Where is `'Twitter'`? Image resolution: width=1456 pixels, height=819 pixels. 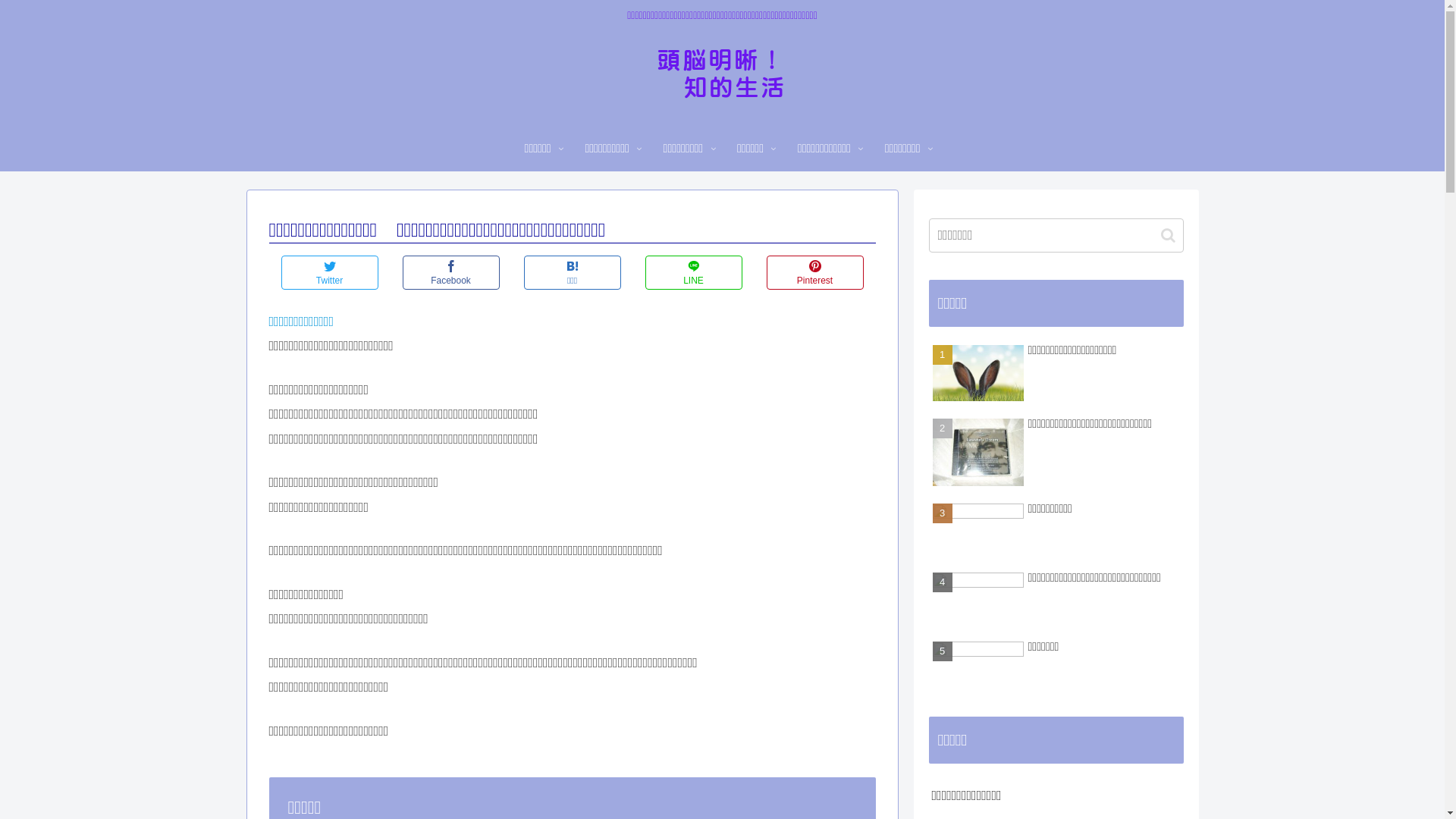 'Twitter' is located at coordinates (280, 271).